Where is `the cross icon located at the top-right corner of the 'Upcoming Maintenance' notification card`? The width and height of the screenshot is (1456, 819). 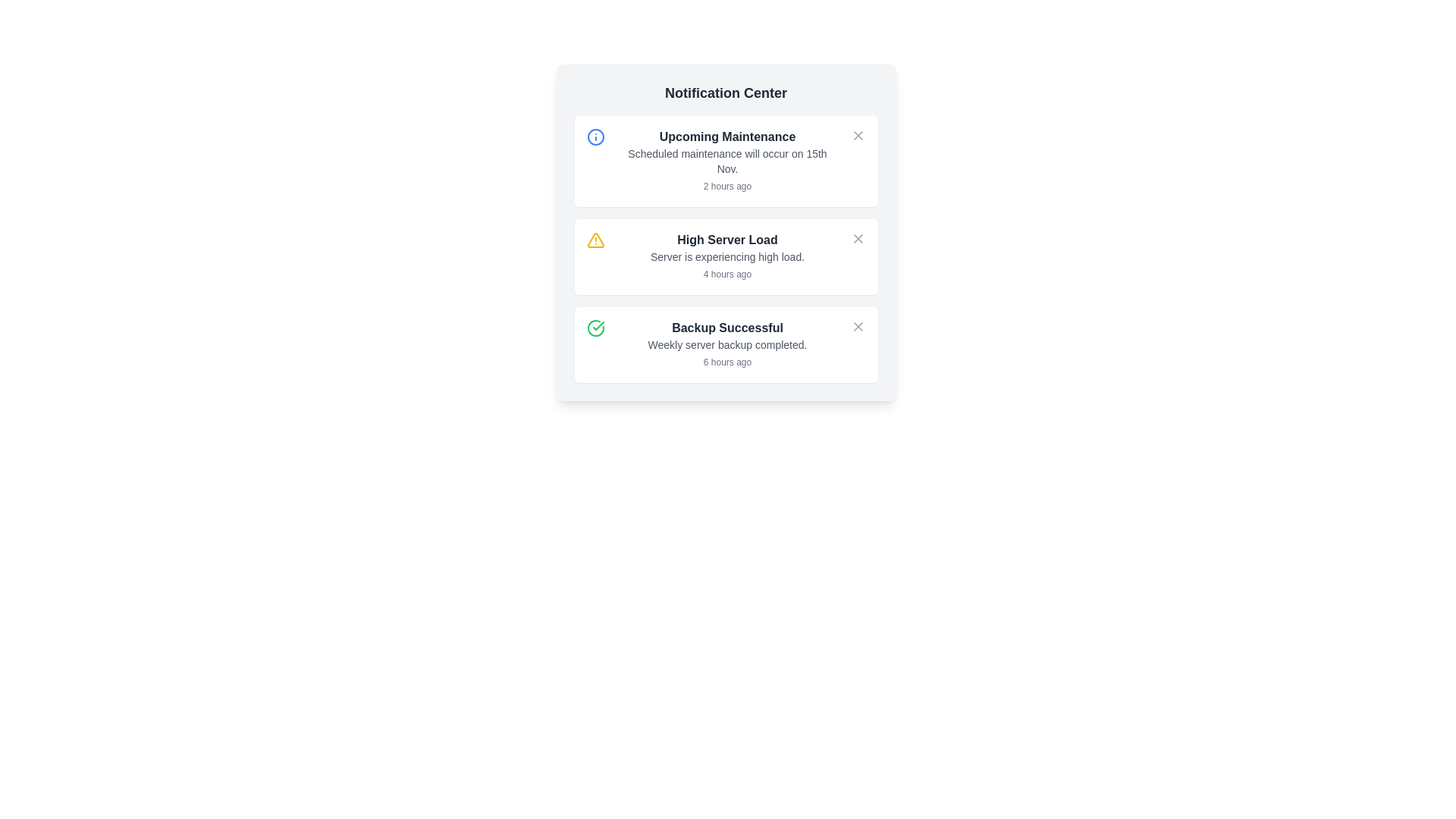 the cross icon located at the top-right corner of the 'Upcoming Maintenance' notification card is located at coordinates (858, 134).